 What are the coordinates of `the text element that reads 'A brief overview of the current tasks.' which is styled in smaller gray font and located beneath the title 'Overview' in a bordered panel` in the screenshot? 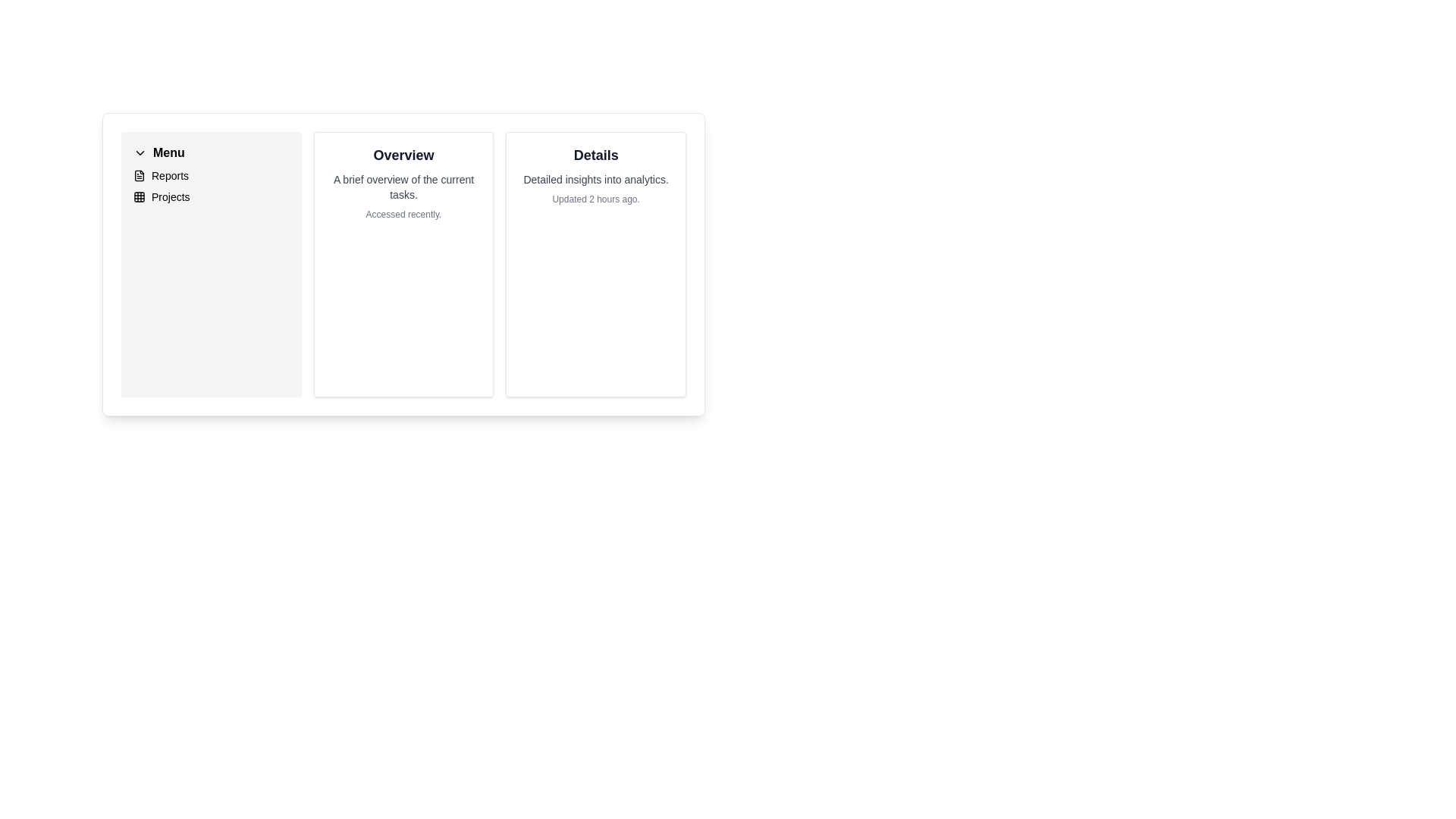 It's located at (403, 186).